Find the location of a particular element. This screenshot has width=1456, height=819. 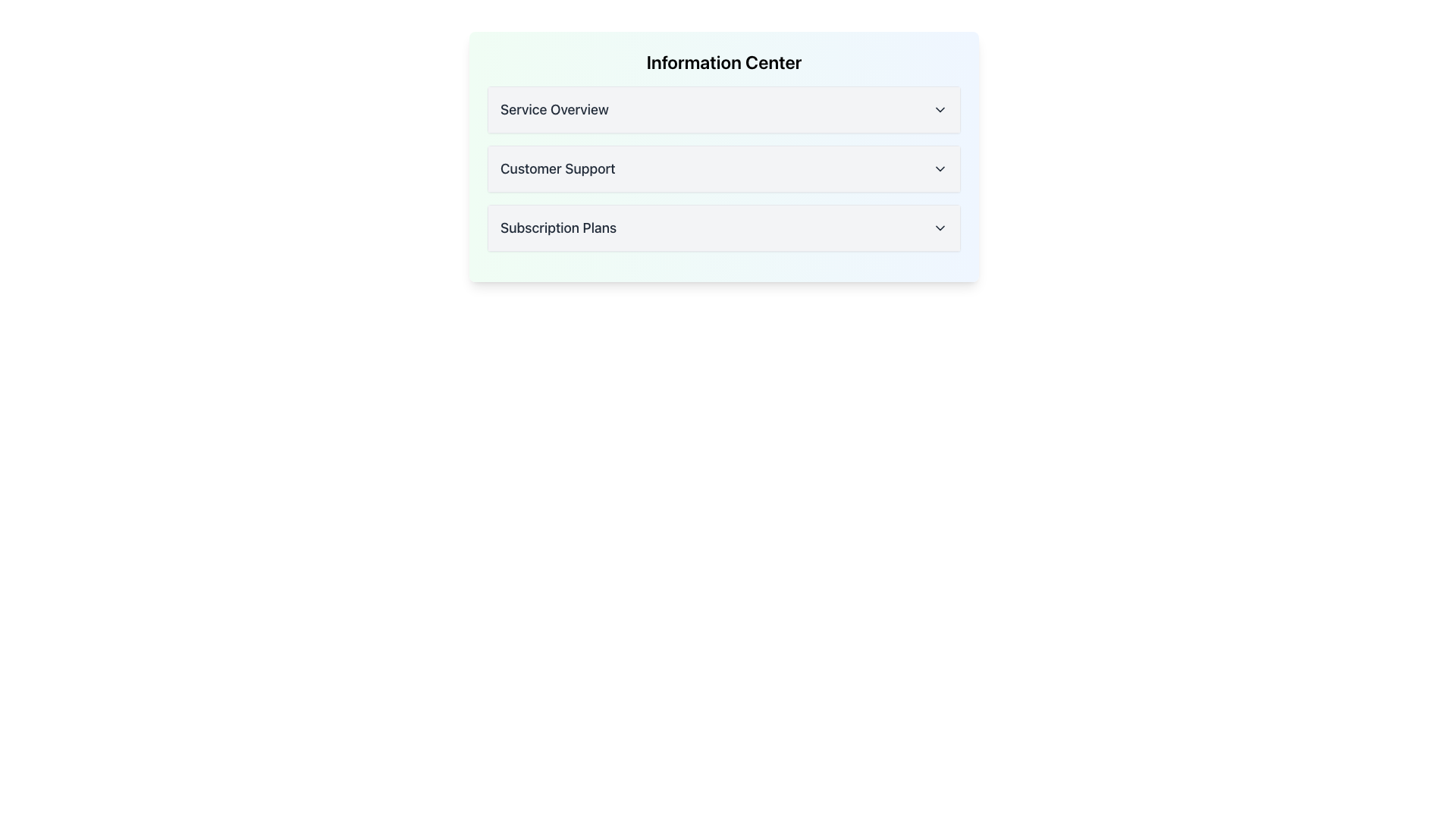

the 'Customer Support' button located under the 'Information Center' title, which is the second option in a vertical list of three items is located at coordinates (723, 169).